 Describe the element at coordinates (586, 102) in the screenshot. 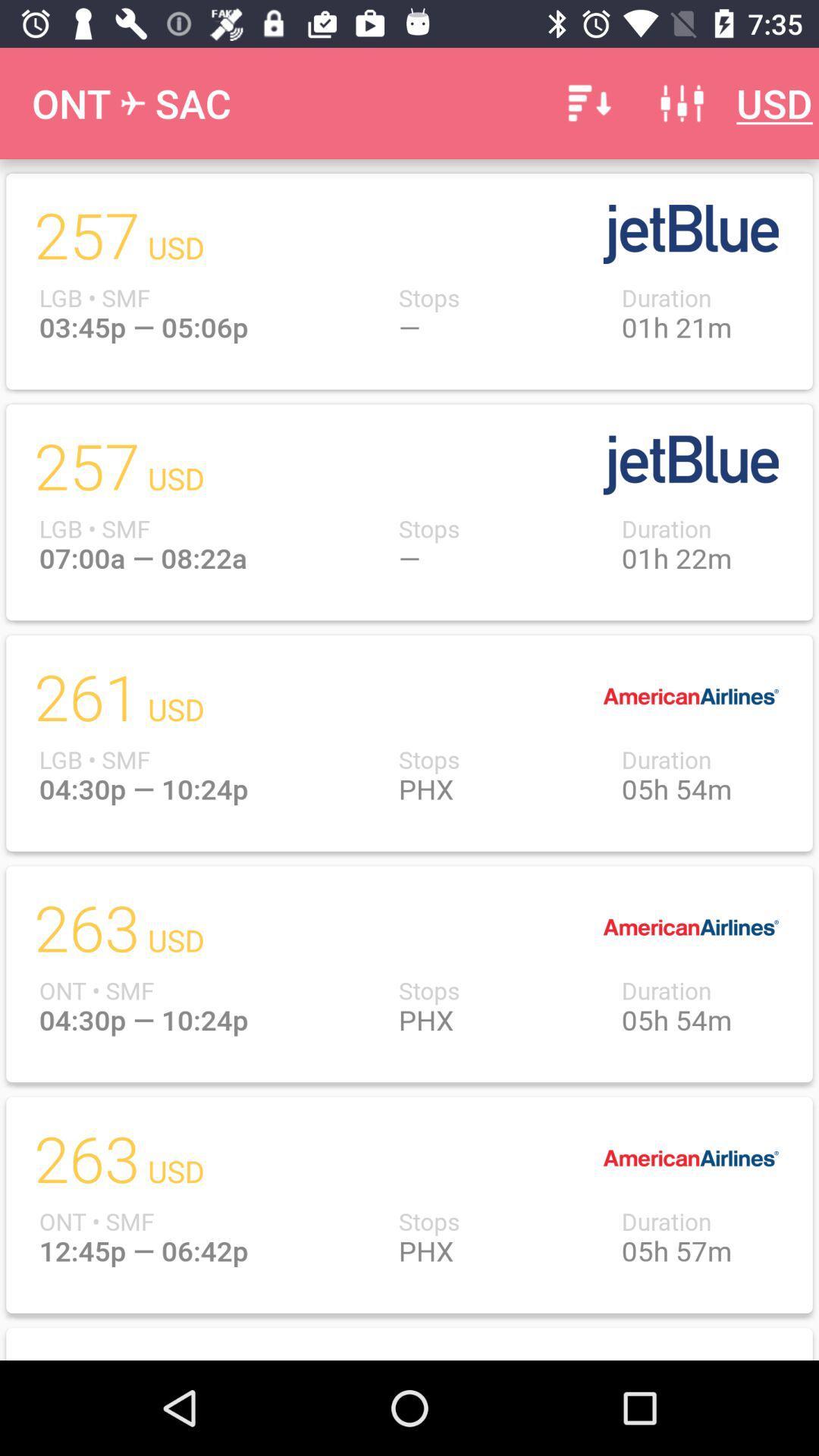

I see `item next to the sac` at that location.